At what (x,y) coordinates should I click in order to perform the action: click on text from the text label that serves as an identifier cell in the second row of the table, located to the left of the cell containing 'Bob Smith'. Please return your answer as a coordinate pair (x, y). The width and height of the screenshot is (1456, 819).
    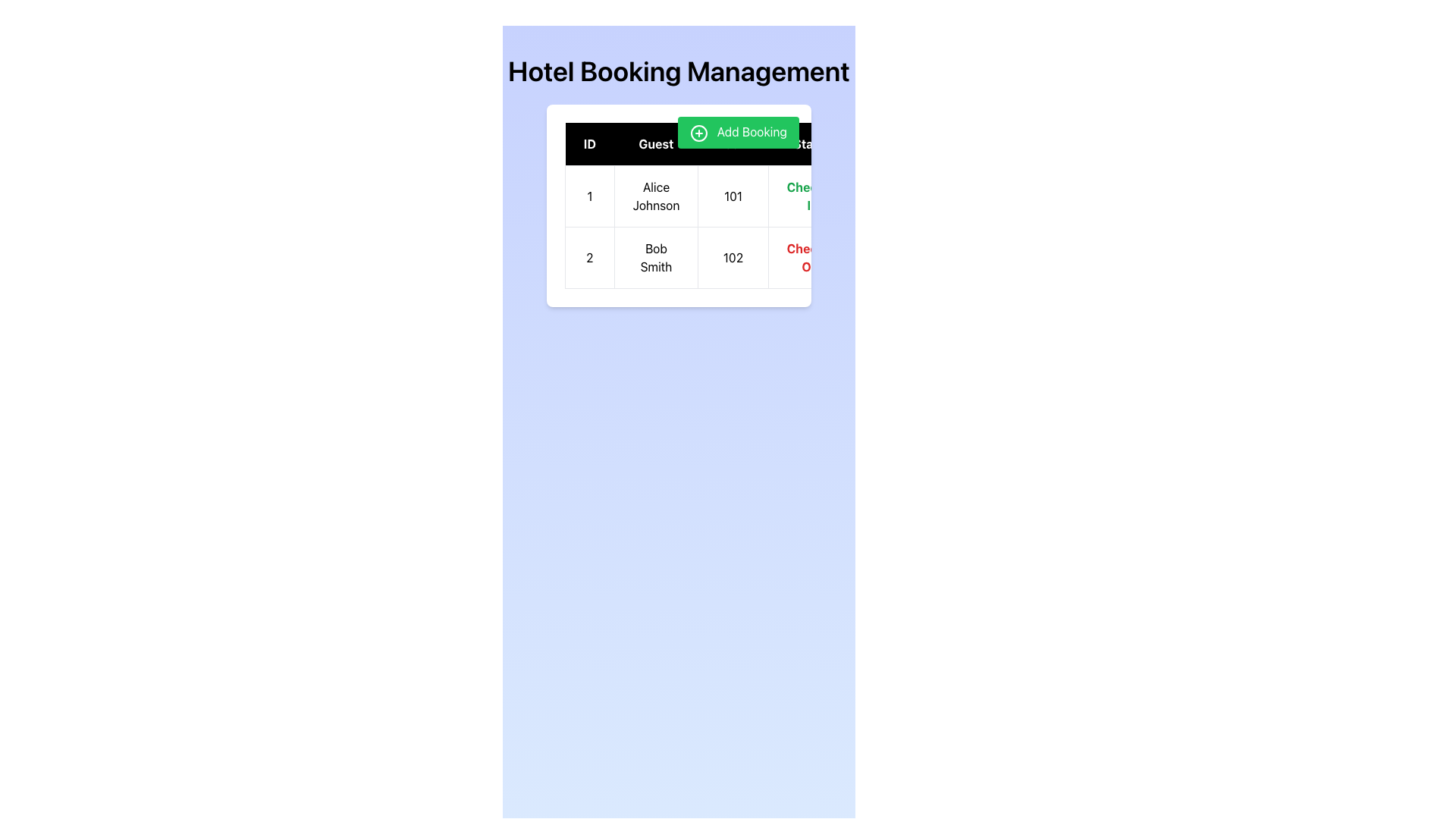
    Looking at the image, I should click on (588, 256).